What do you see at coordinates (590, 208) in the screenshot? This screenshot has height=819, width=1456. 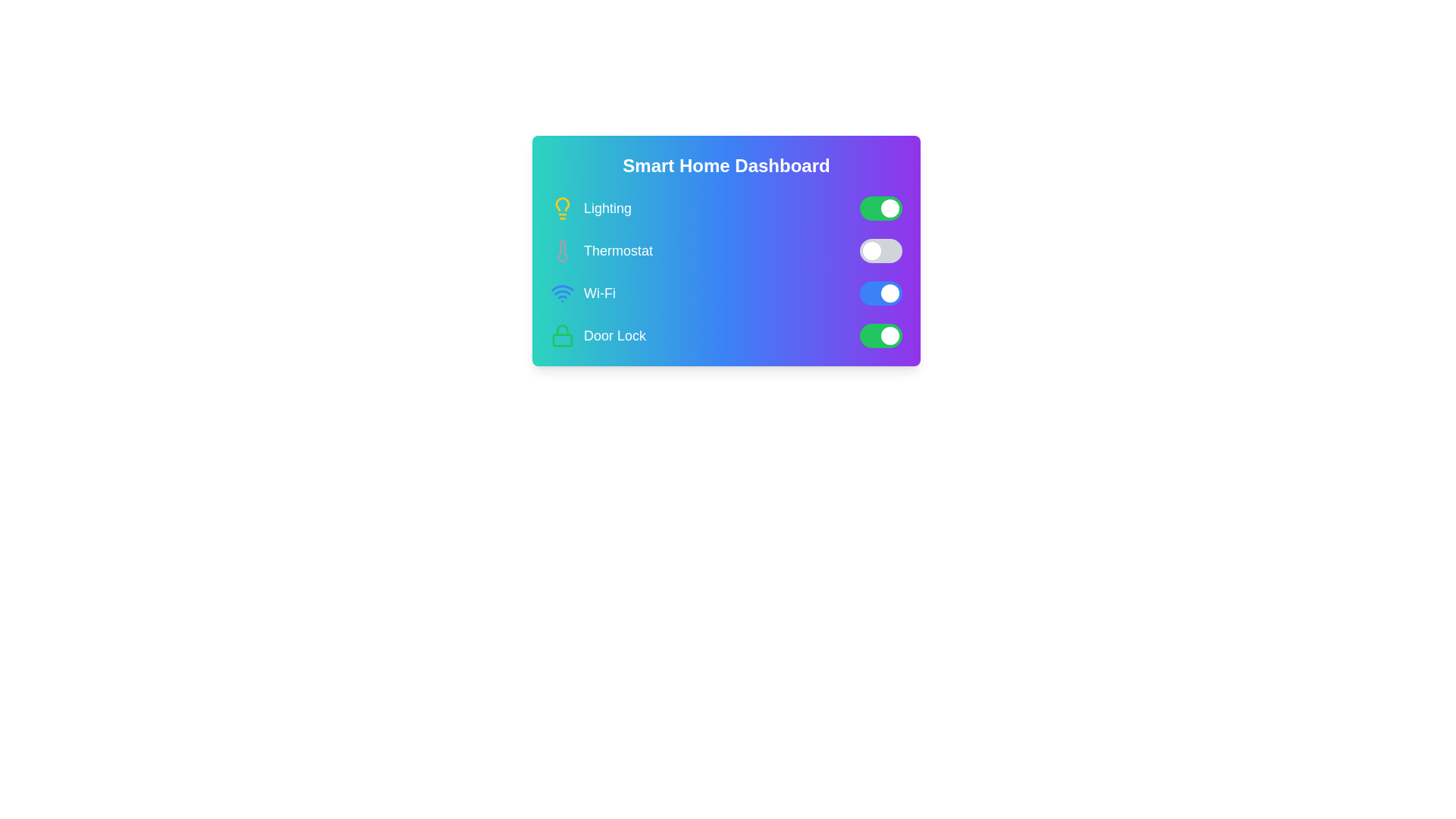 I see `label text of the lighting functionality component in the Smart Home Dashboard, which is represented by a composite UI element consisting of a label and an icon, located in the first row of a vertically oriented list` at bounding box center [590, 208].